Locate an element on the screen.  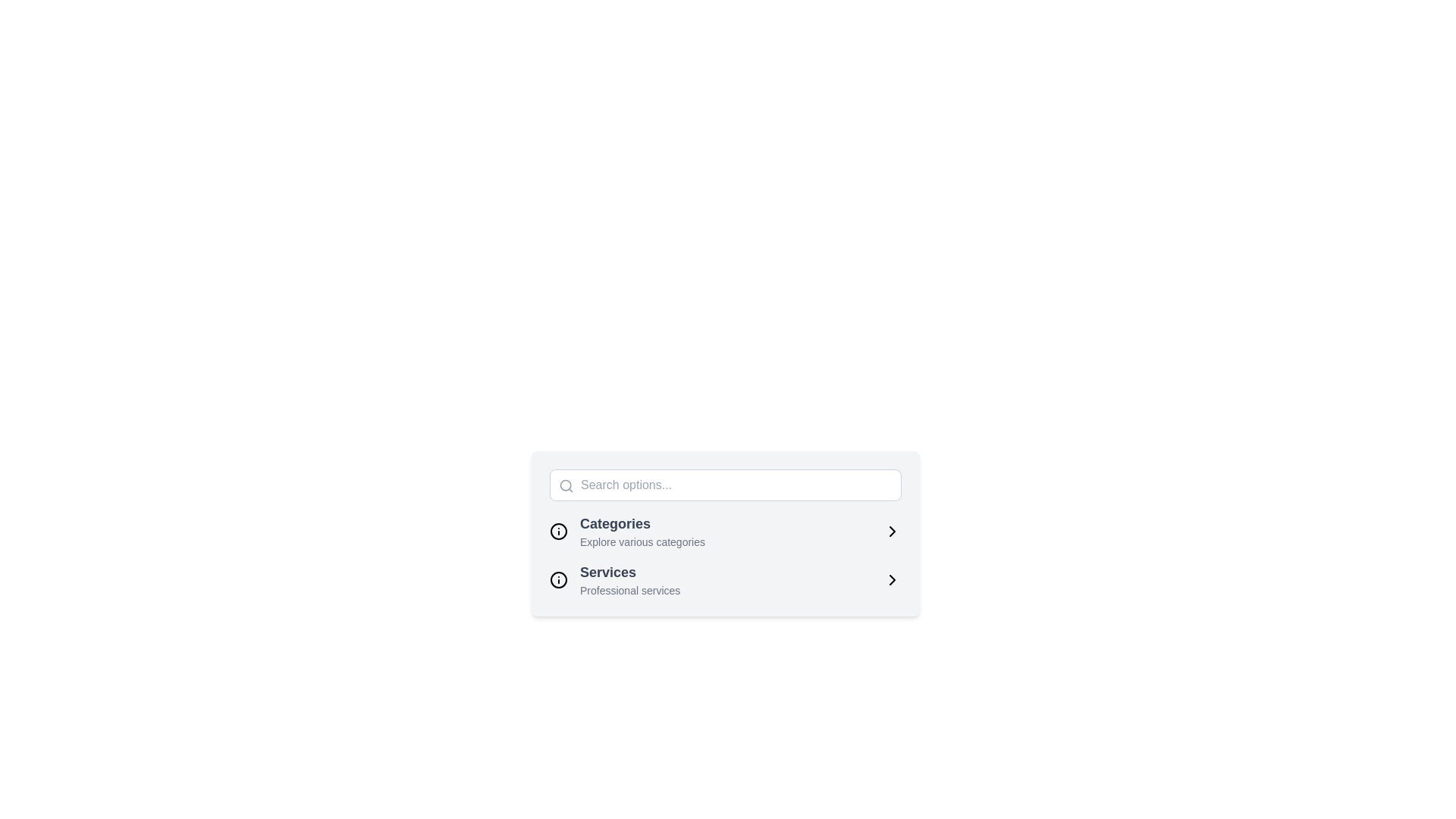
the first navigational list item located directly below the search bar is located at coordinates (724, 531).